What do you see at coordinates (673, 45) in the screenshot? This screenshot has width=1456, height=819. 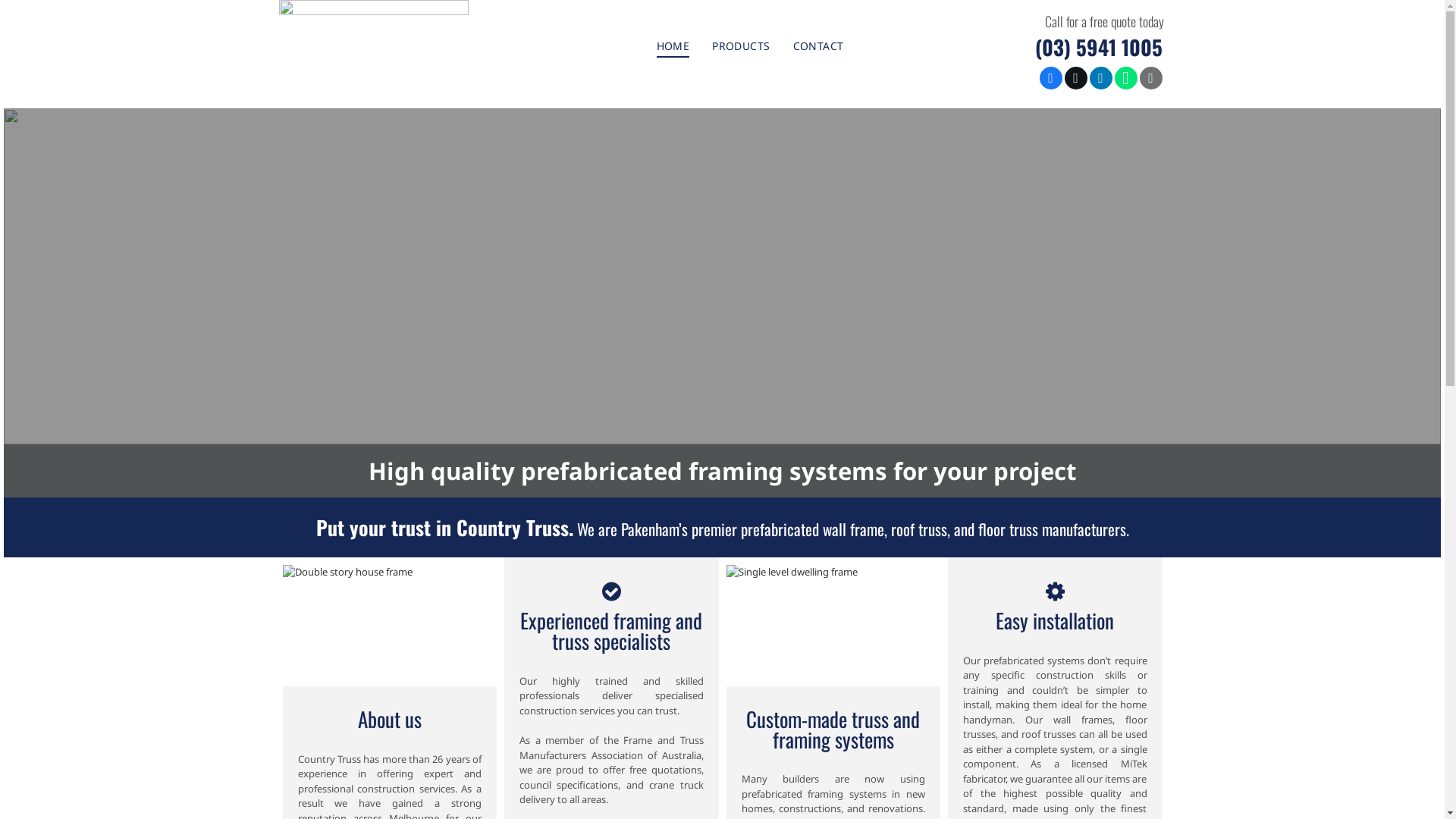 I see `'HOME'` at bounding box center [673, 45].